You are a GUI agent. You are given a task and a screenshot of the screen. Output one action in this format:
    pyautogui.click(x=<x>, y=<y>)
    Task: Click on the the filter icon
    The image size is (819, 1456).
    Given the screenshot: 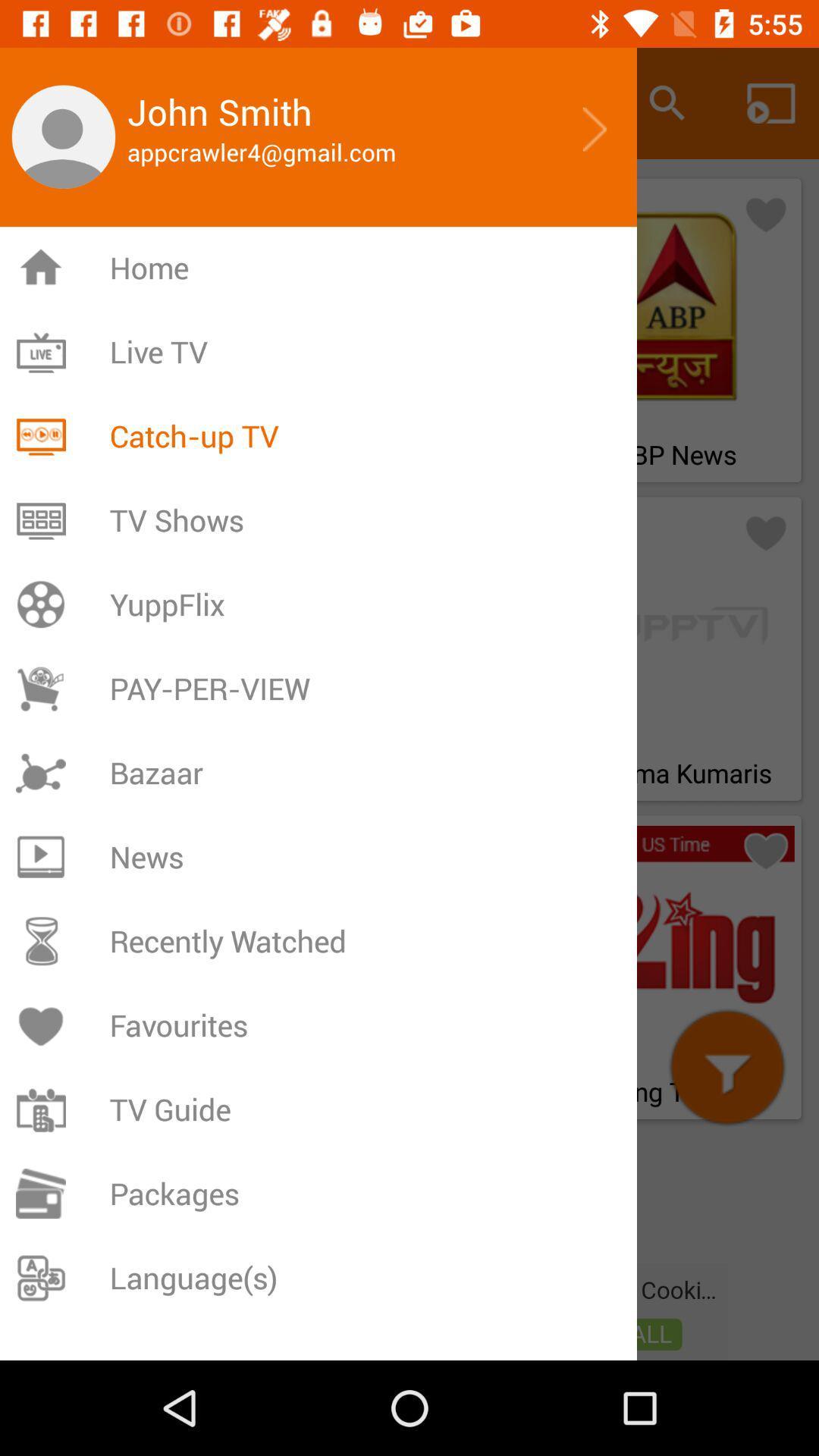 What is the action you would take?
    pyautogui.click(x=726, y=1066)
    